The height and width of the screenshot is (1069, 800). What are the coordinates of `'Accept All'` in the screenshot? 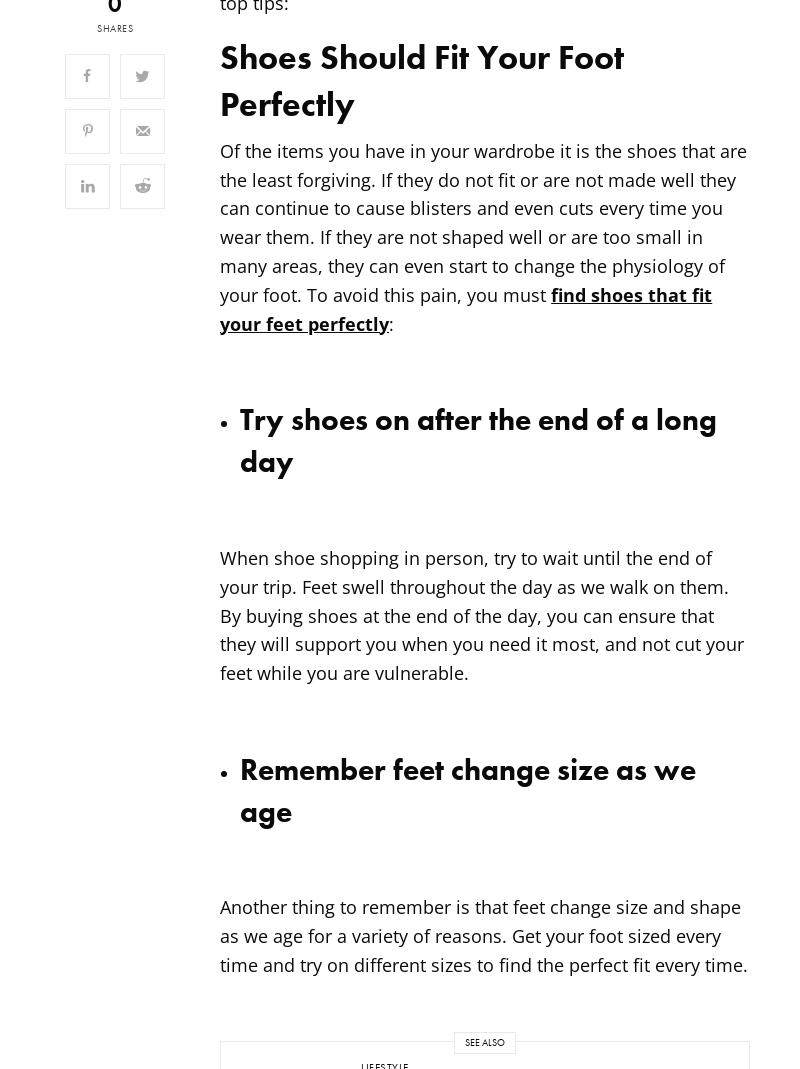 It's located at (307, 929).